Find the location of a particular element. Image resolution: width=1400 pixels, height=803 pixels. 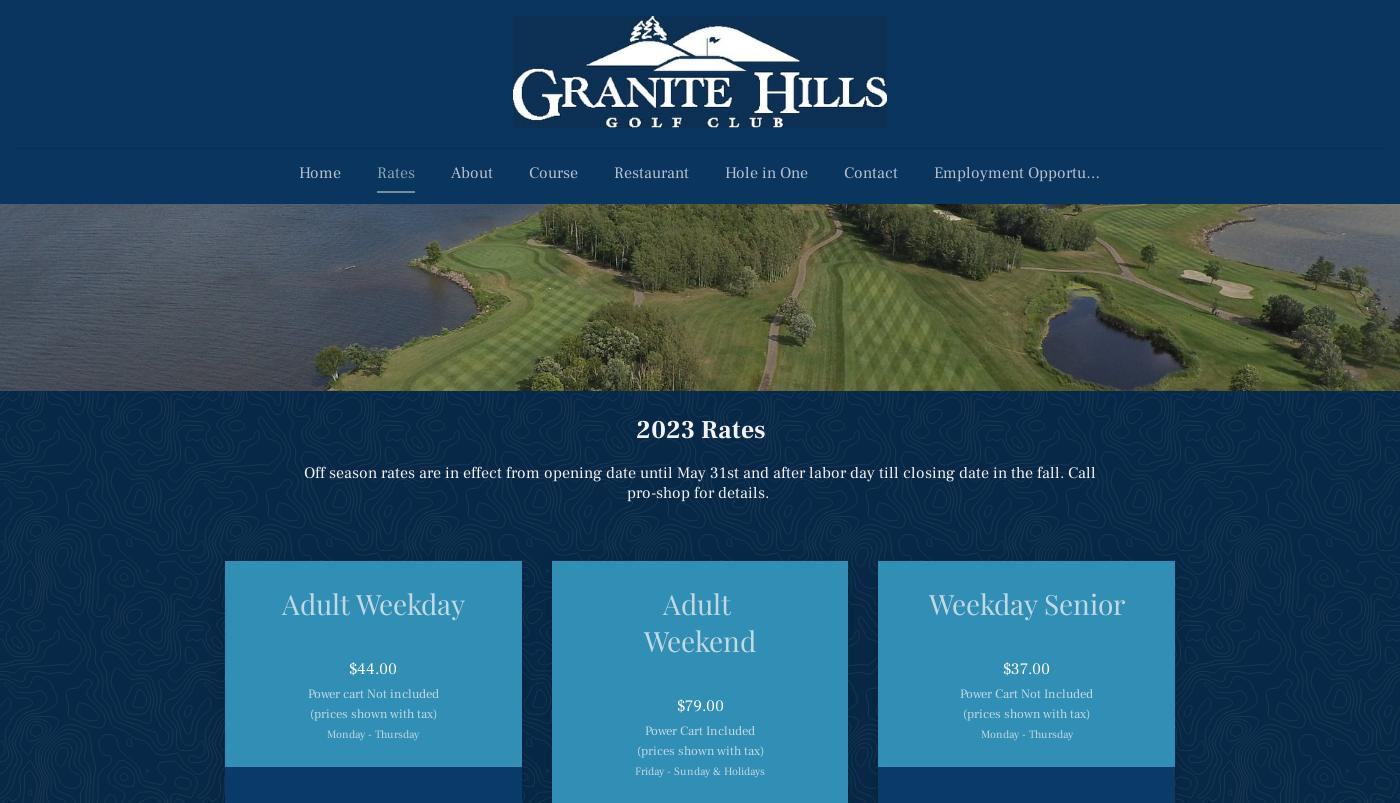

'Power Cart Not Included' is located at coordinates (1026, 693).